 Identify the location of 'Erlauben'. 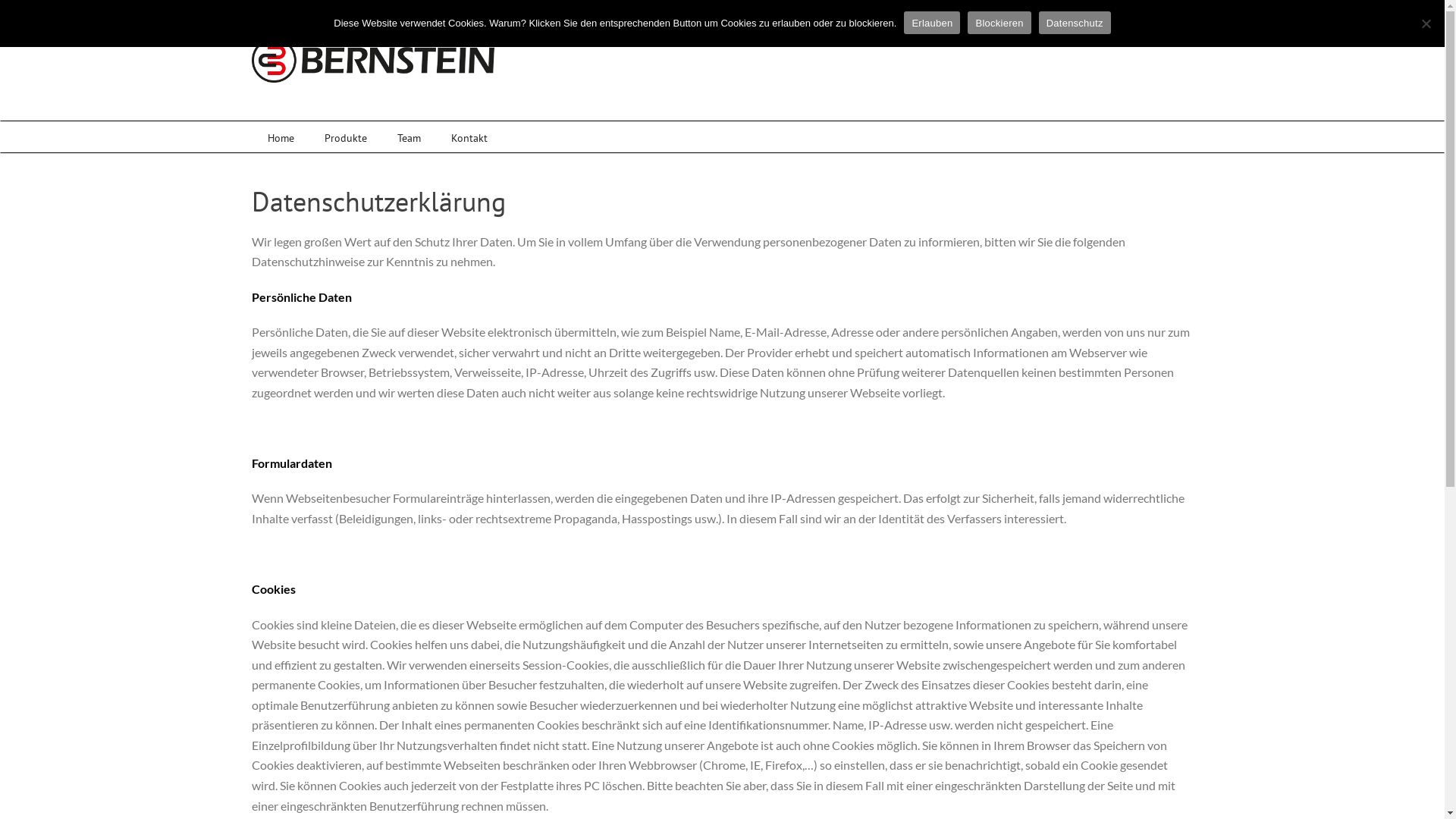
(930, 23).